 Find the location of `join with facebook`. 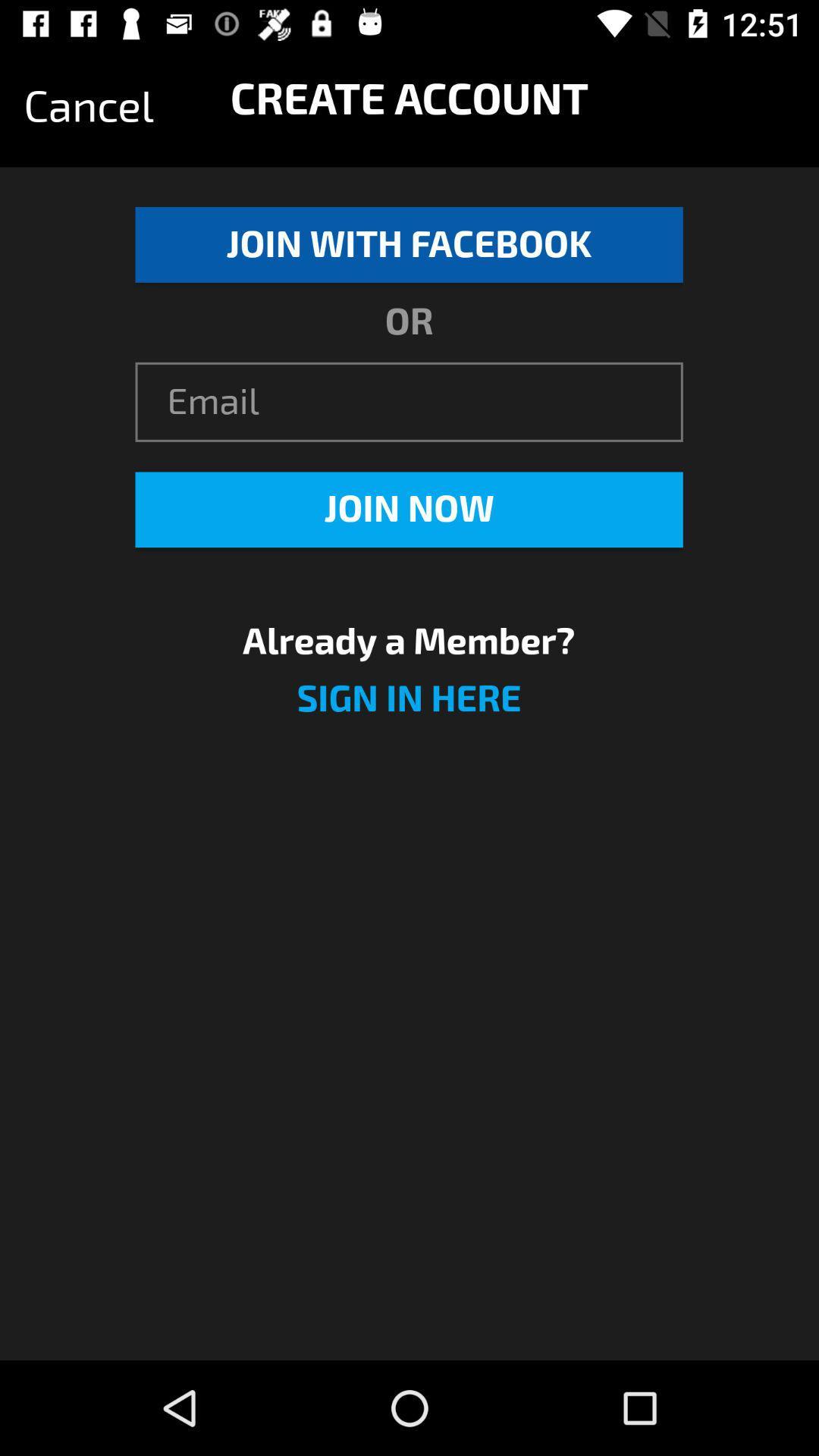

join with facebook is located at coordinates (408, 244).